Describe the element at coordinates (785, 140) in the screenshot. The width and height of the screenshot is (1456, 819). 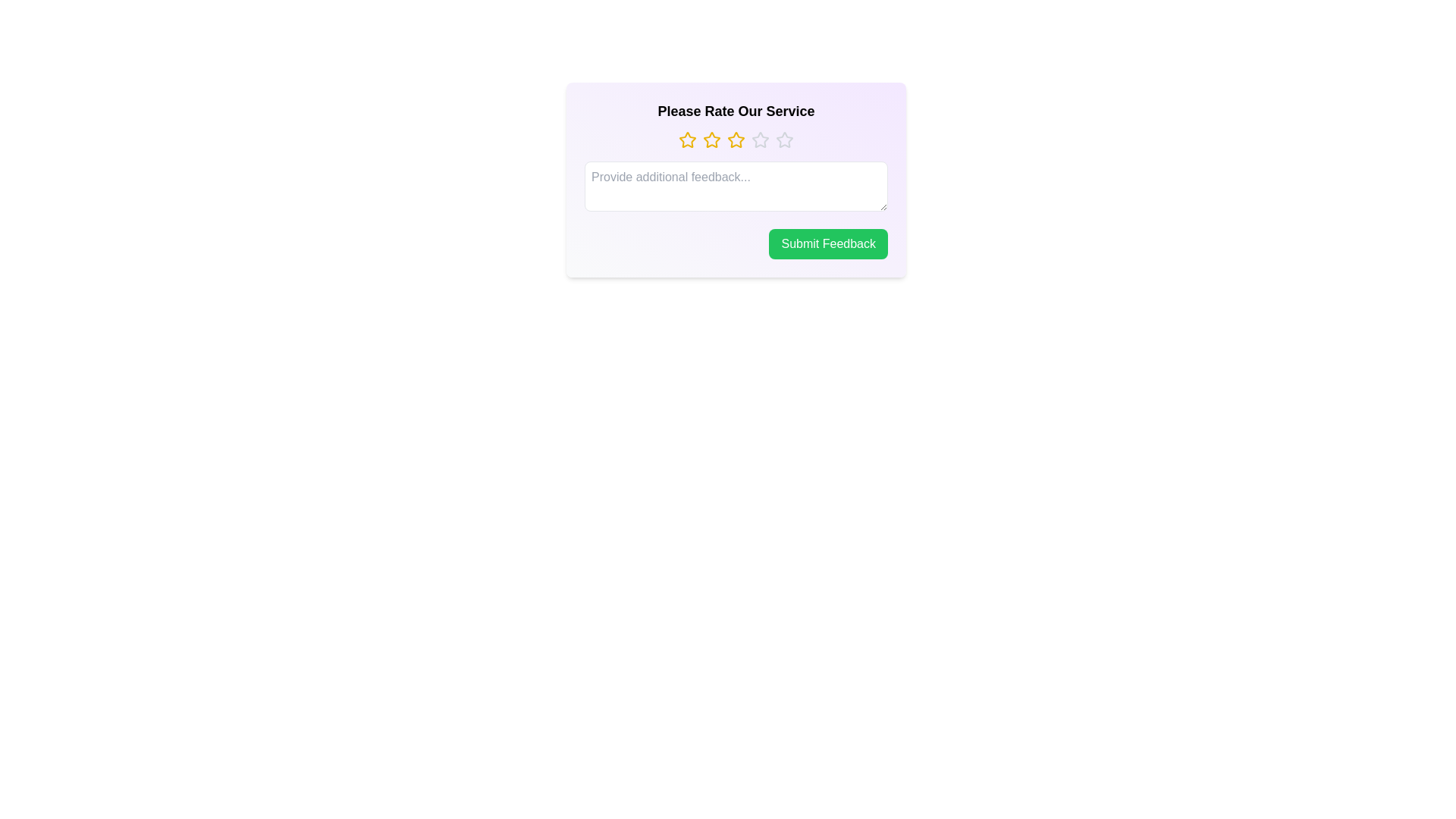
I see `the star corresponding to the 5 value to set the rating` at that location.